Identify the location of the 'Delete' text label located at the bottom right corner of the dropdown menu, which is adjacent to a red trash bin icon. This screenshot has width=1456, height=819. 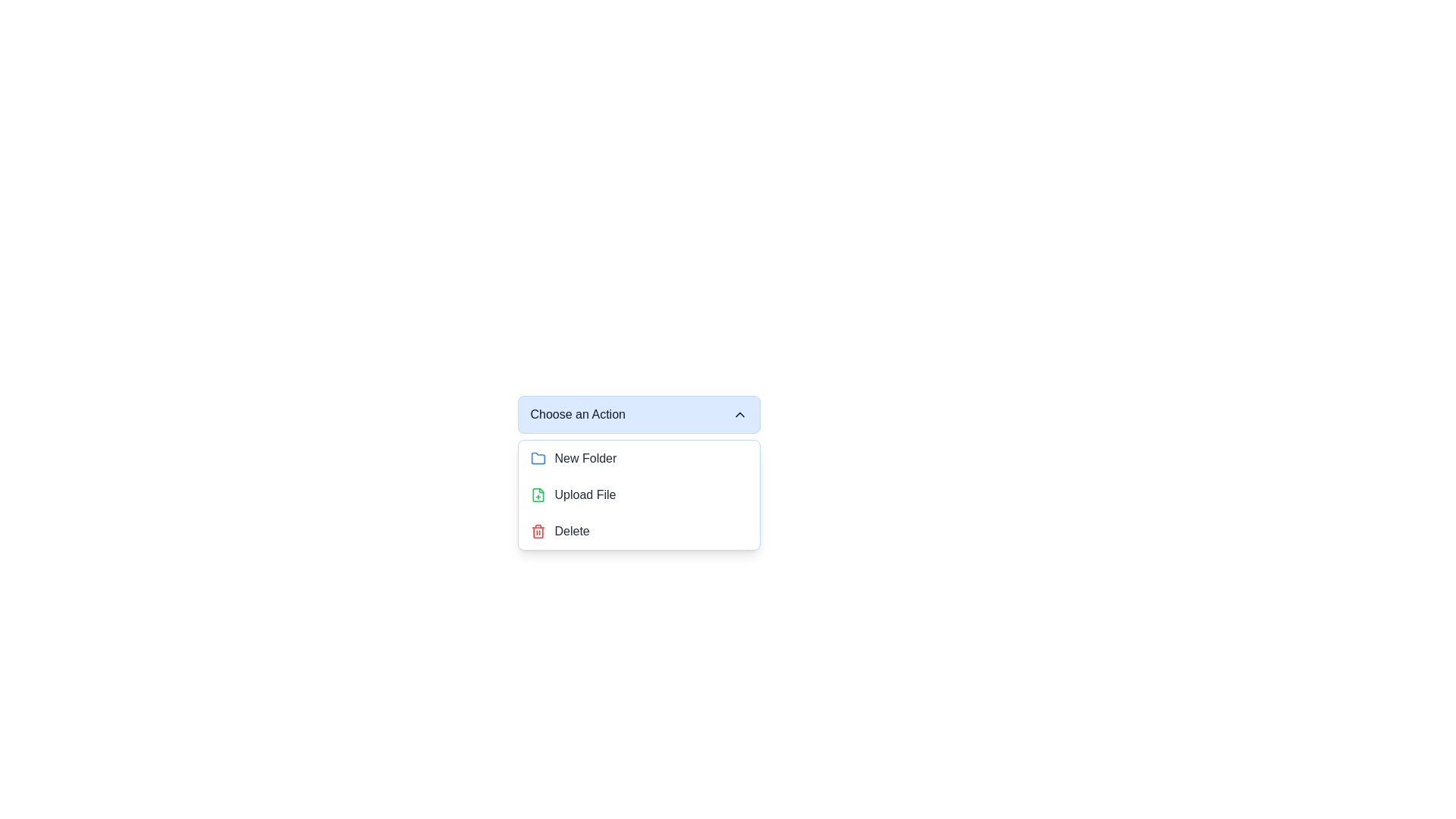
(571, 531).